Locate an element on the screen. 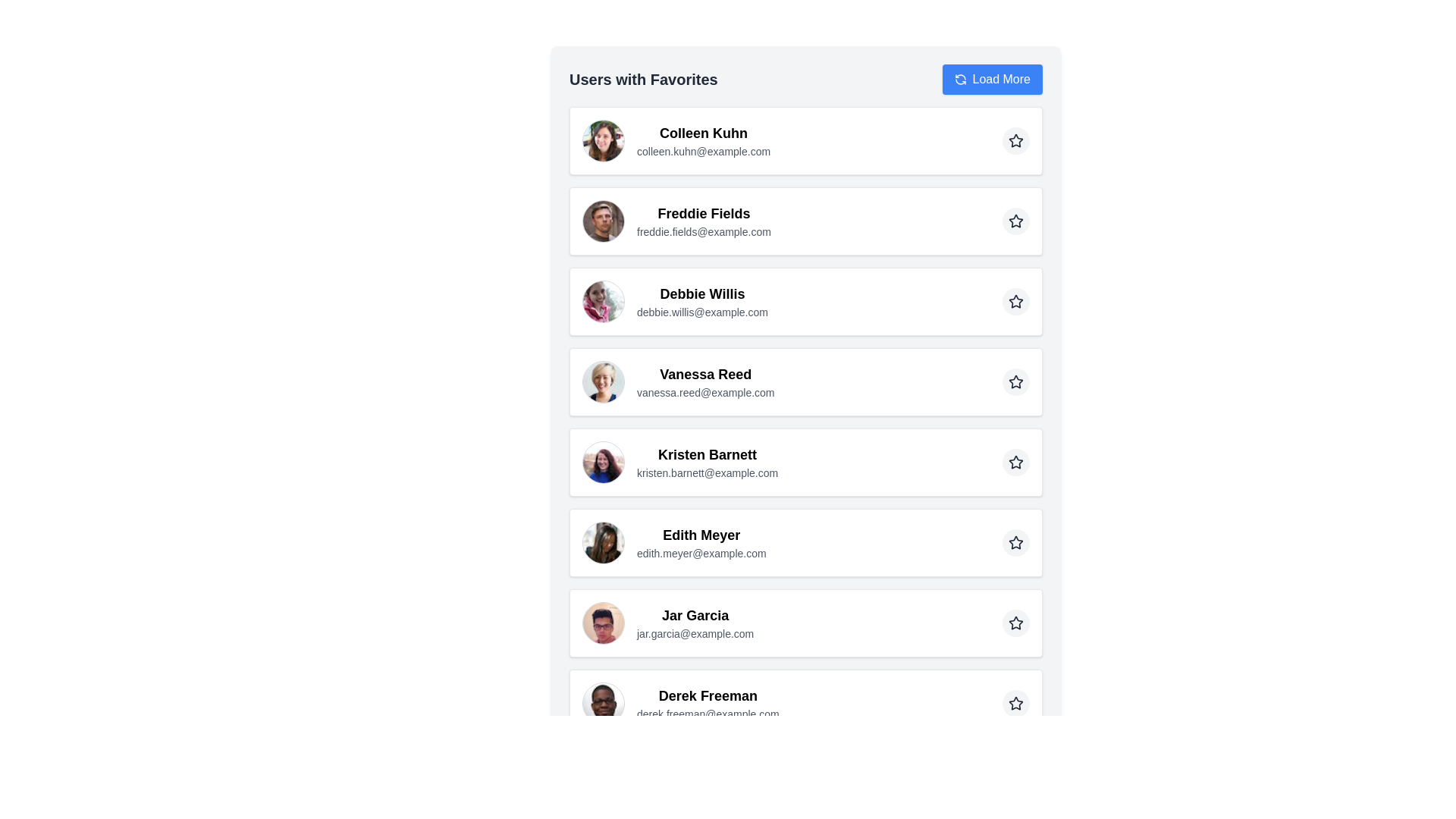  the User information card containing the name 'Derek Freeman' and email 'derek.freeman@example.com', which is the last item in the vertical list of user elements is located at coordinates (679, 704).